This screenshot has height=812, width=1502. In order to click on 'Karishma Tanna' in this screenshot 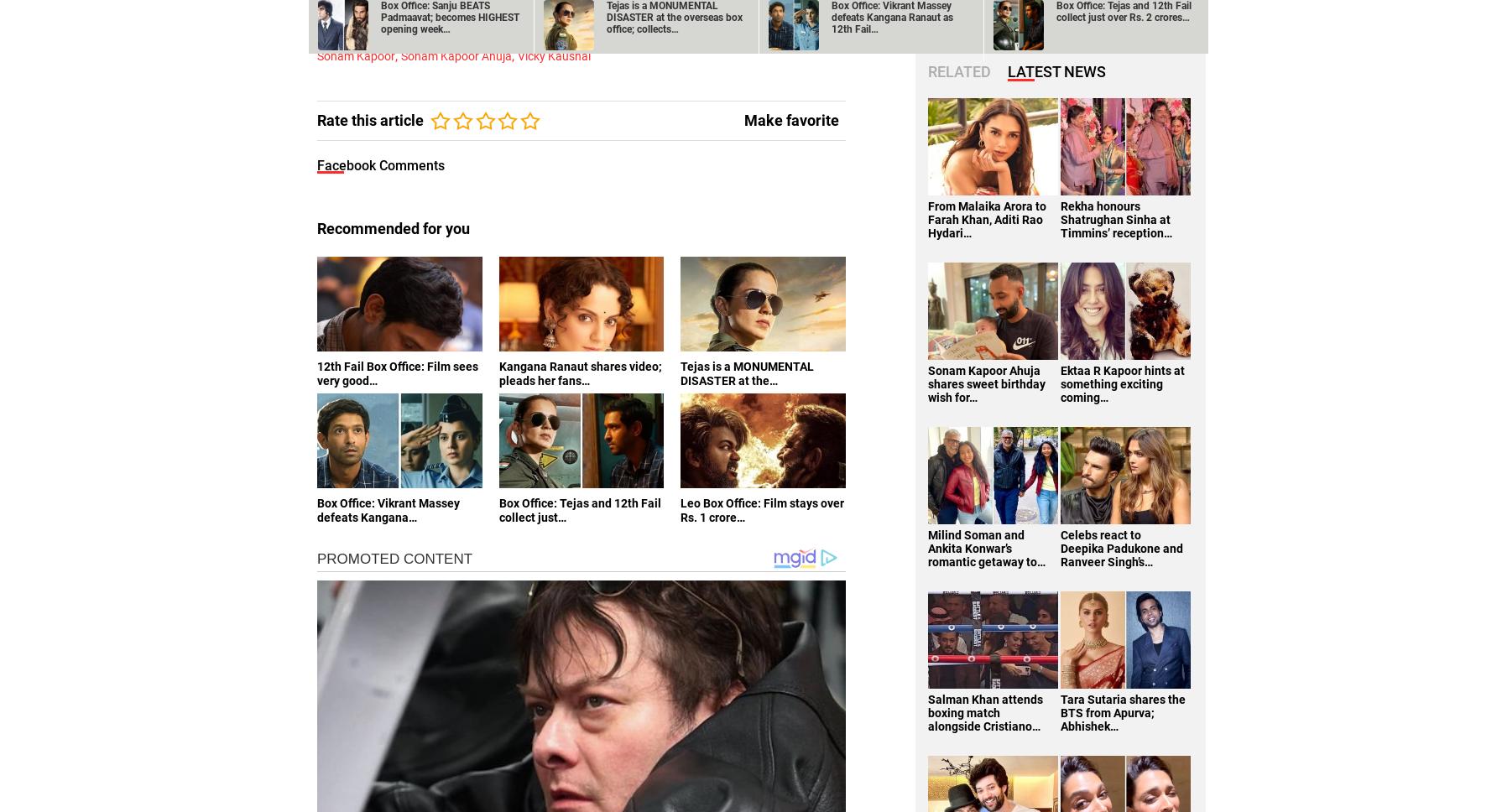, I will do `click(737, 15)`.